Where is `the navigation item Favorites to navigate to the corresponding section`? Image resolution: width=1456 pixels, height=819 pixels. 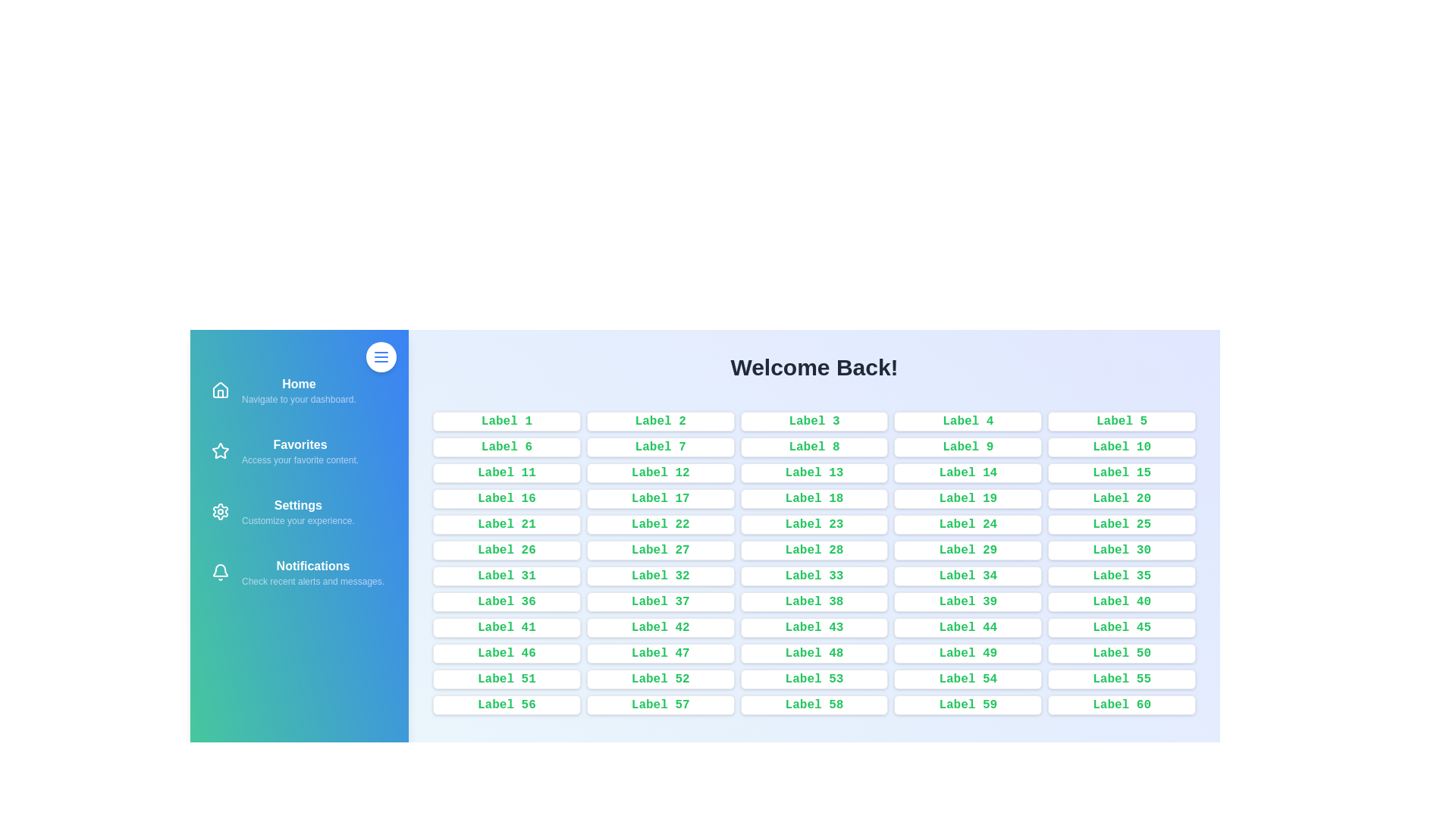
the navigation item Favorites to navigate to the corresponding section is located at coordinates (299, 450).